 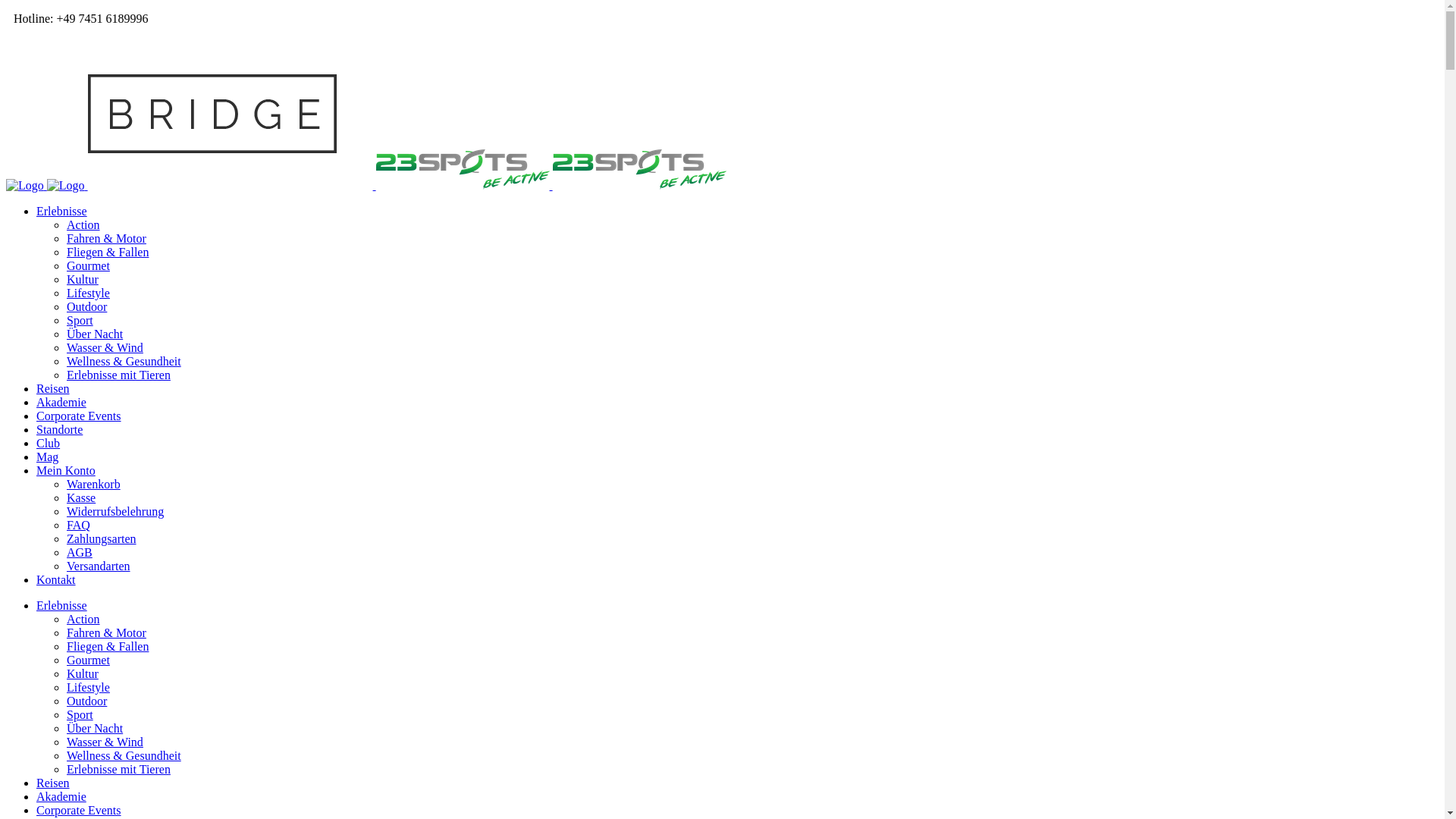 What do you see at coordinates (65, 619) in the screenshot?
I see `'Action'` at bounding box center [65, 619].